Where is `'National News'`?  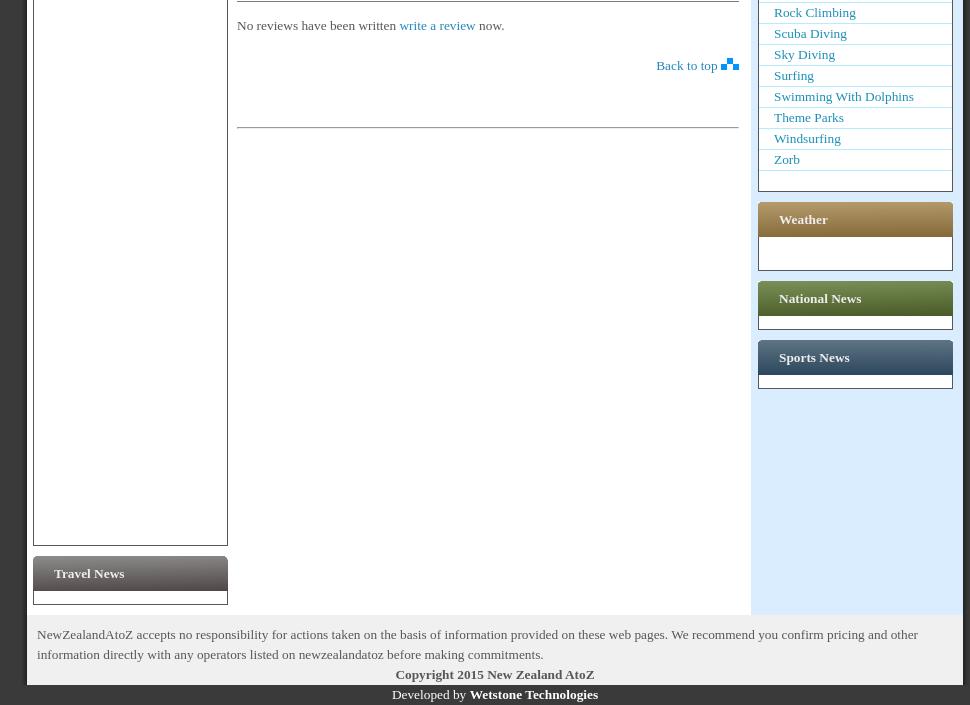 'National News' is located at coordinates (820, 297).